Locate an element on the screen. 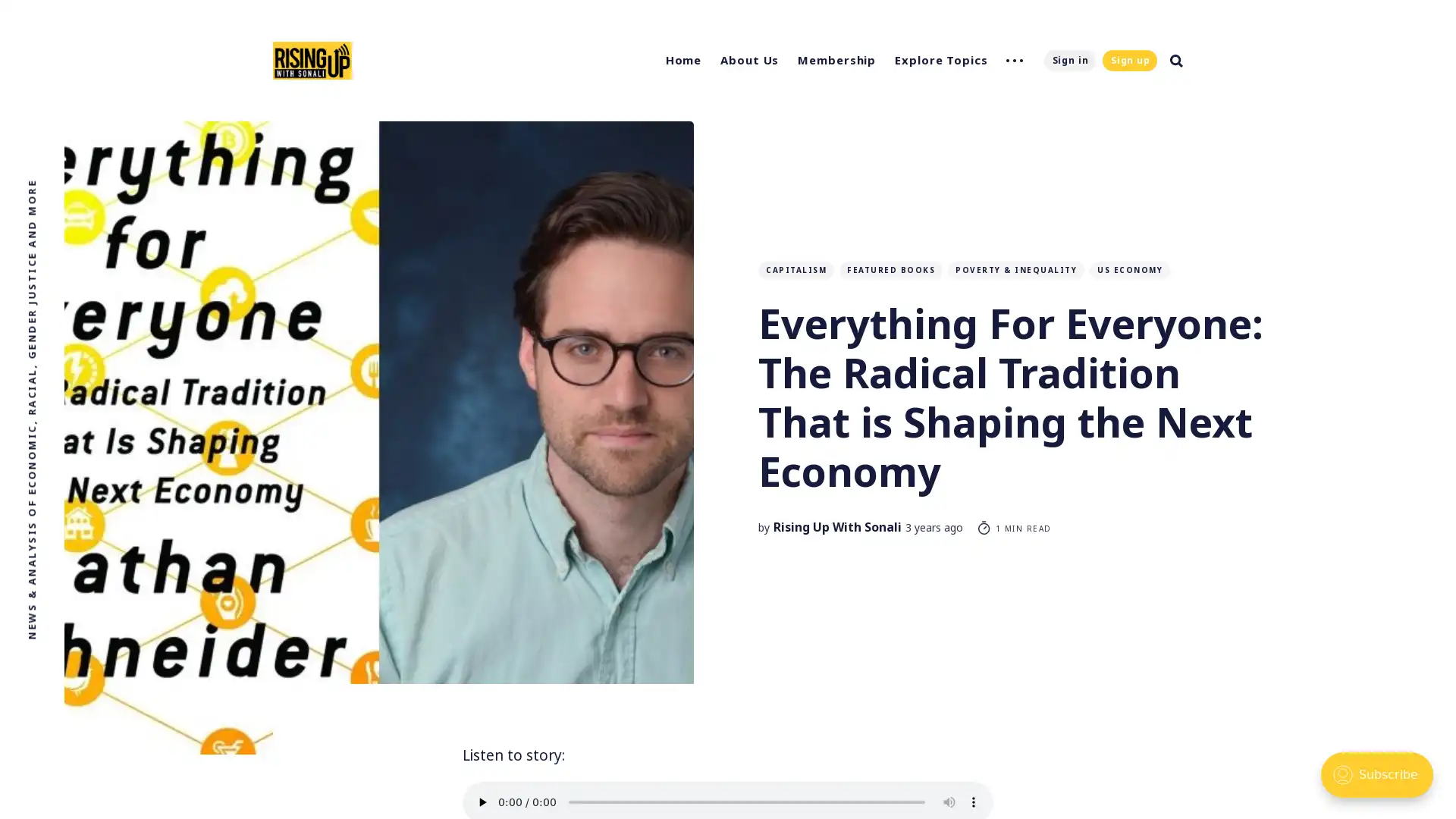  mute is located at coordinates (949, 801).